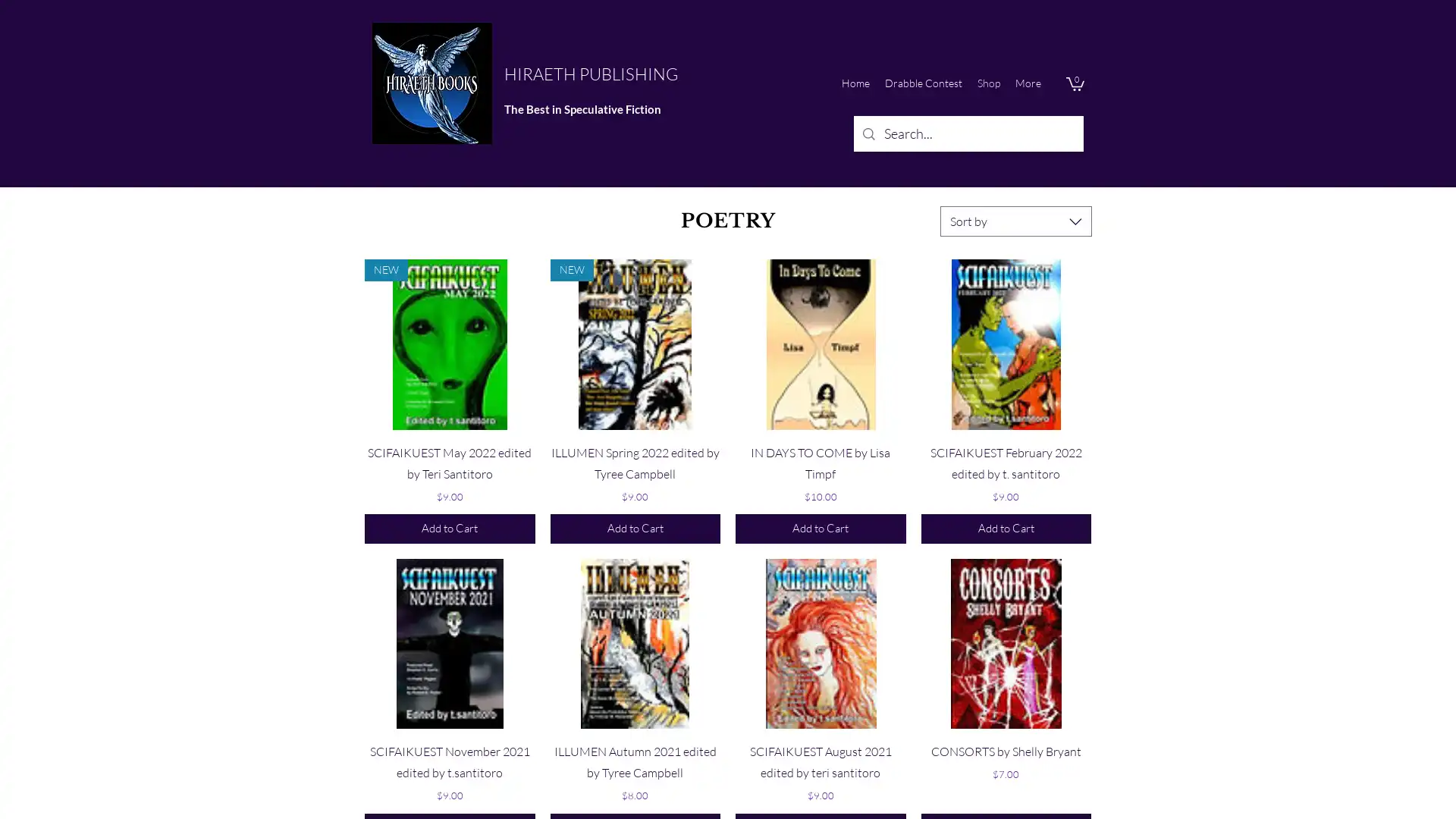  Describe the element at coordinates (635, 747) in the screenshot. I see `Quick View` at that location.